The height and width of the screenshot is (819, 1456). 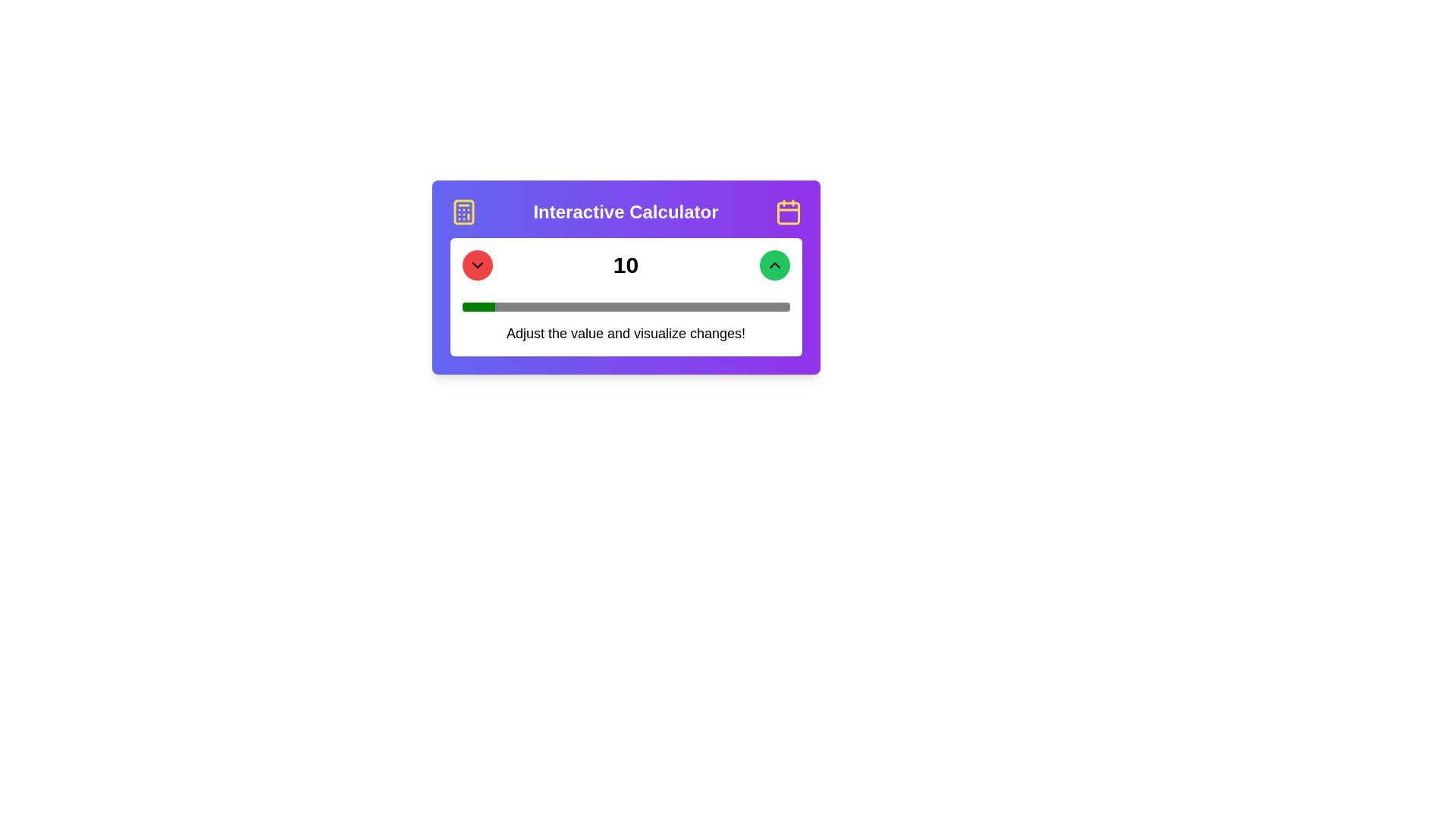 What do you see at coordinates (541, 307) in the screenshot?
I see `the slider value` at bounding box center [541, 307].